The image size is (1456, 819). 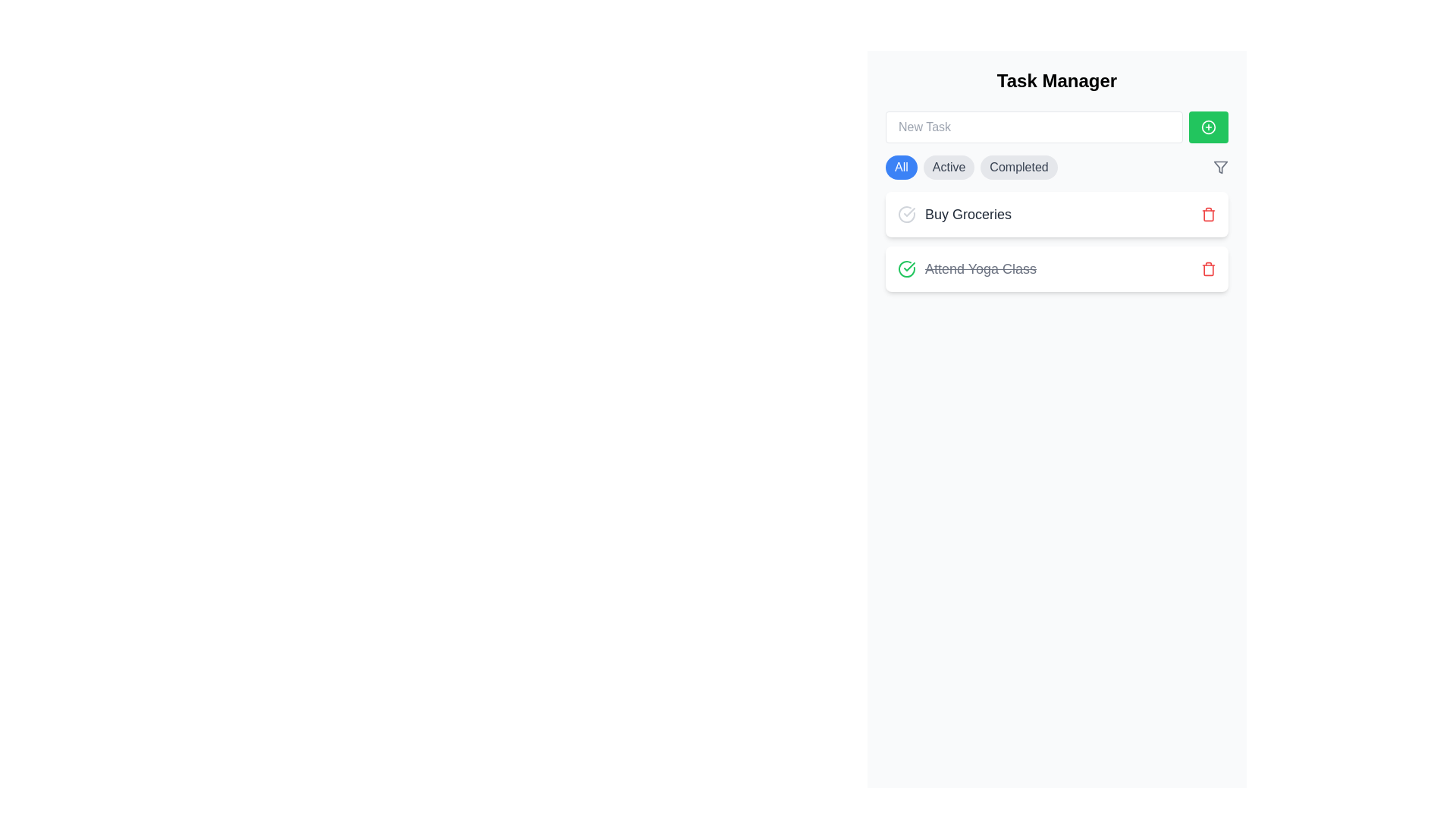 What do you see at coordinates (906, 214) in the screenshot?
I see `the circular status icon located in the first task row titled 'Buy Groceries'` at bounding box center [906, 214].